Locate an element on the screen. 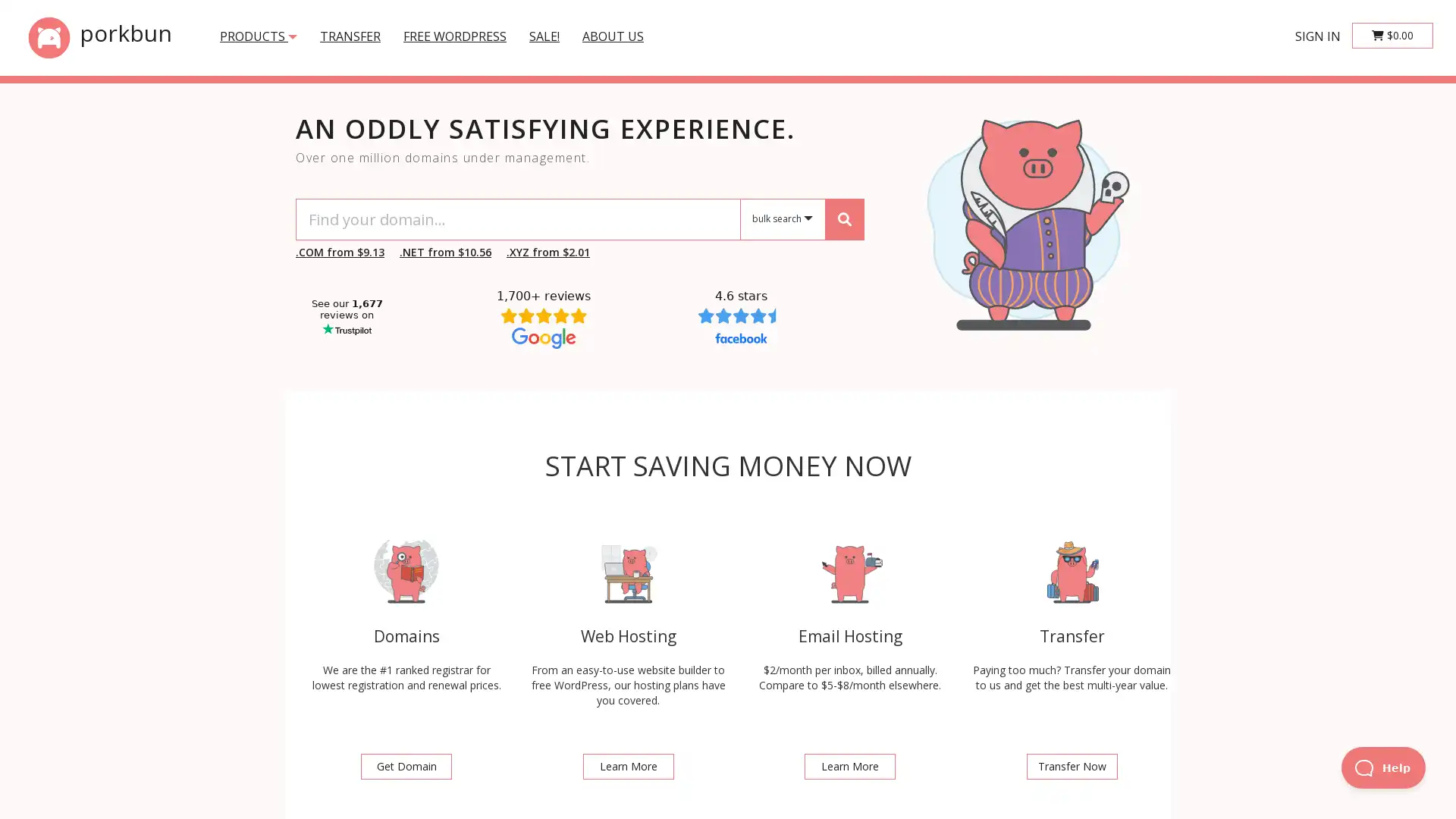 This screenshot has width=1456, height=819. open bulk search is located at coordinates (783, 219).